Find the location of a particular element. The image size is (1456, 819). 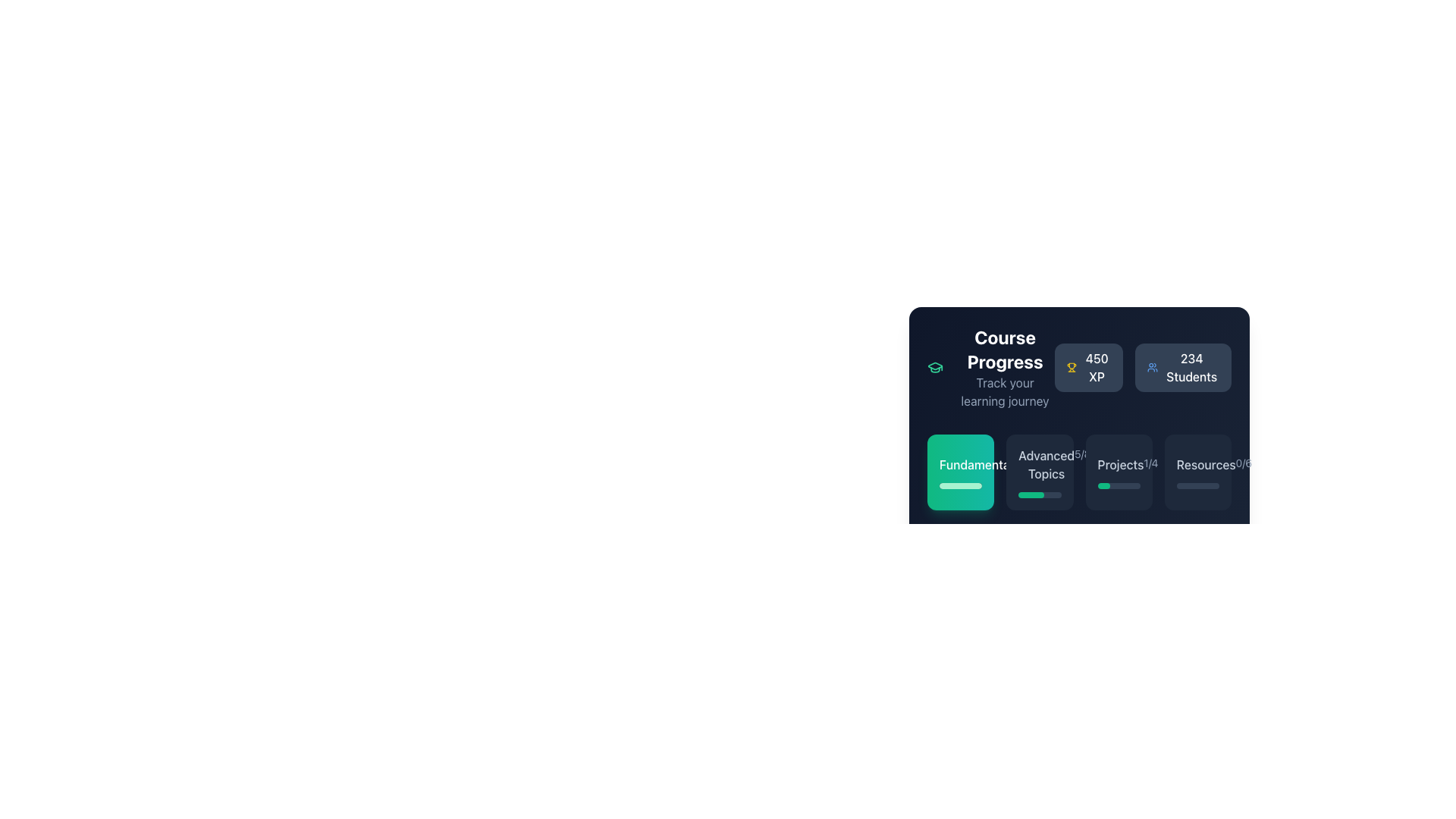

the text label indicating the course module 'Fundamentals', which shows that the user has completed all 5 tasks within this module, located in the 'Course Progress' section is located at coordinates (960, 464).